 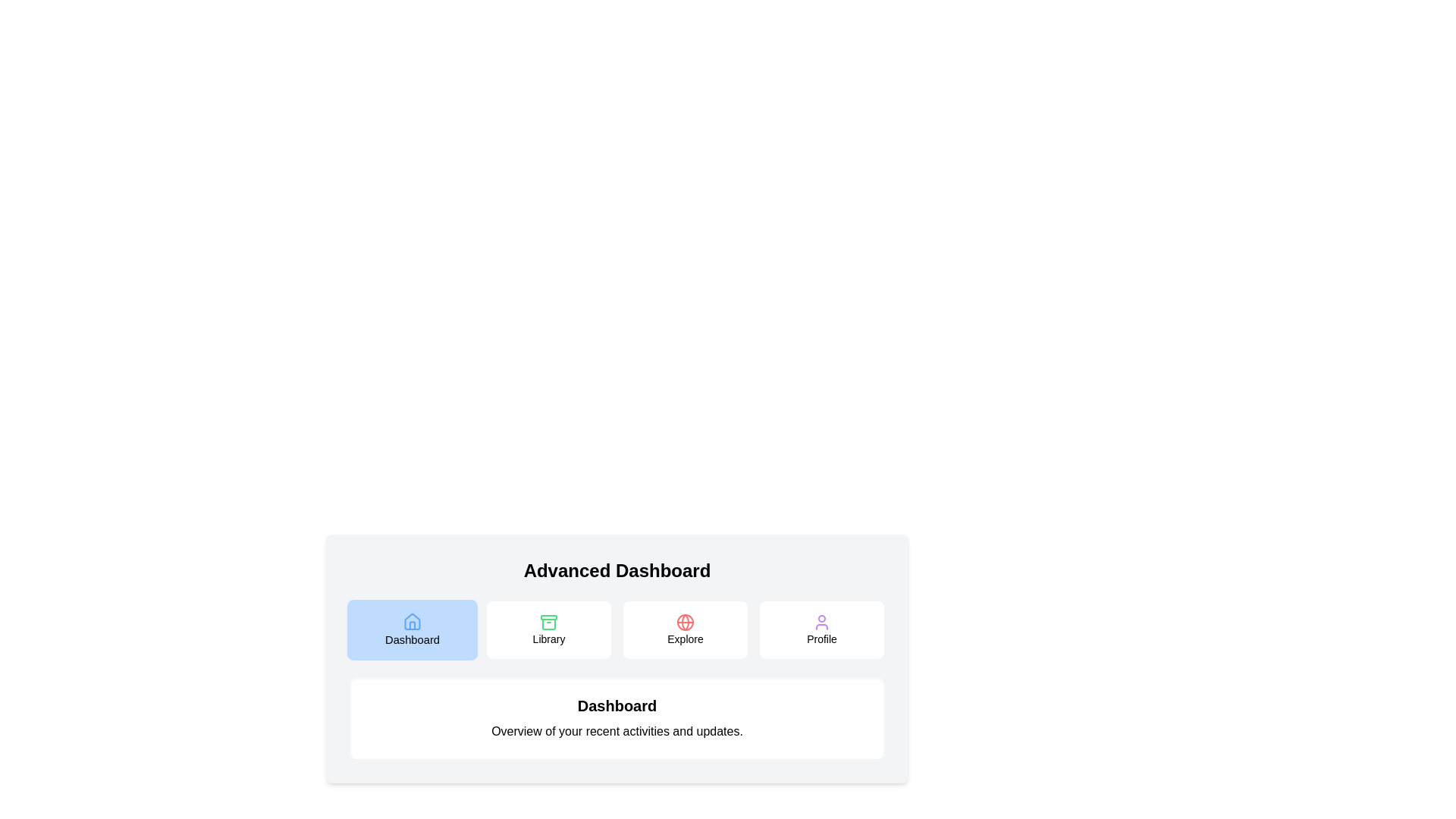 What do you see at coordinates (412, 629) in the screenshot?
I see `the Dashboard tab by clicking its button` at bounding box center [412, 629].